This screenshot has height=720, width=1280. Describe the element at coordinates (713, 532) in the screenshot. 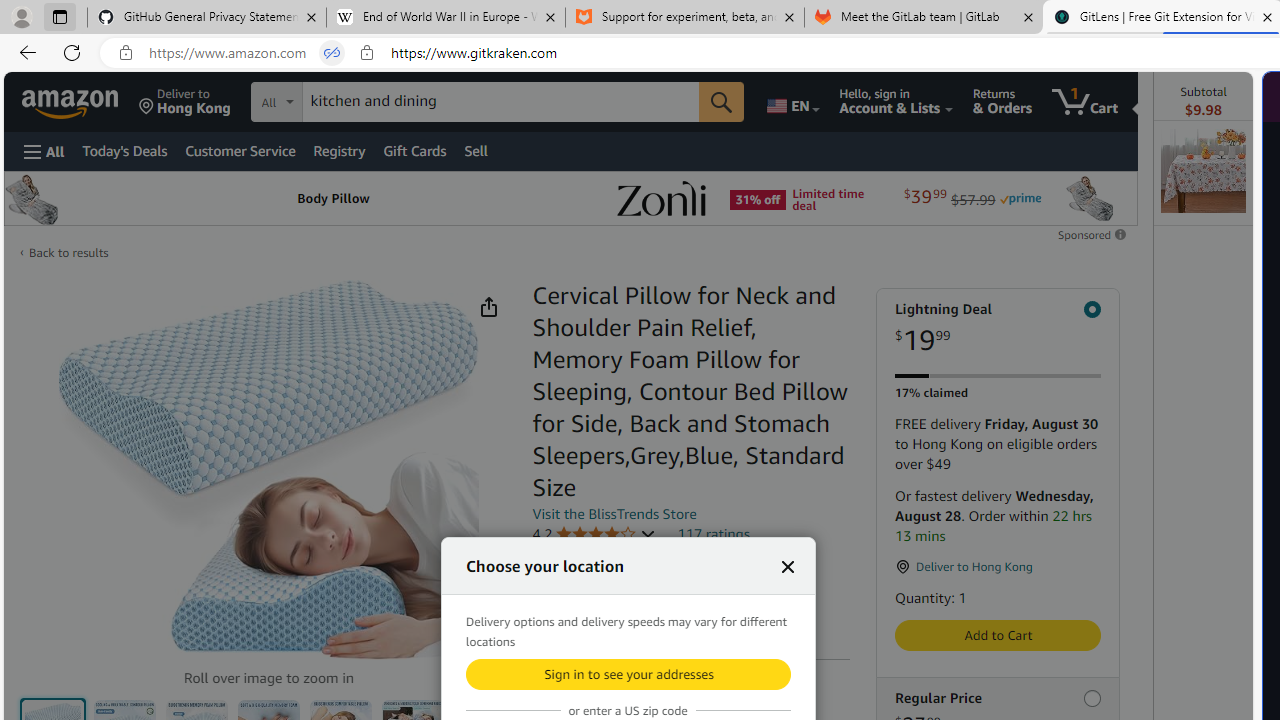

I see `'117 ratings'` at that location.